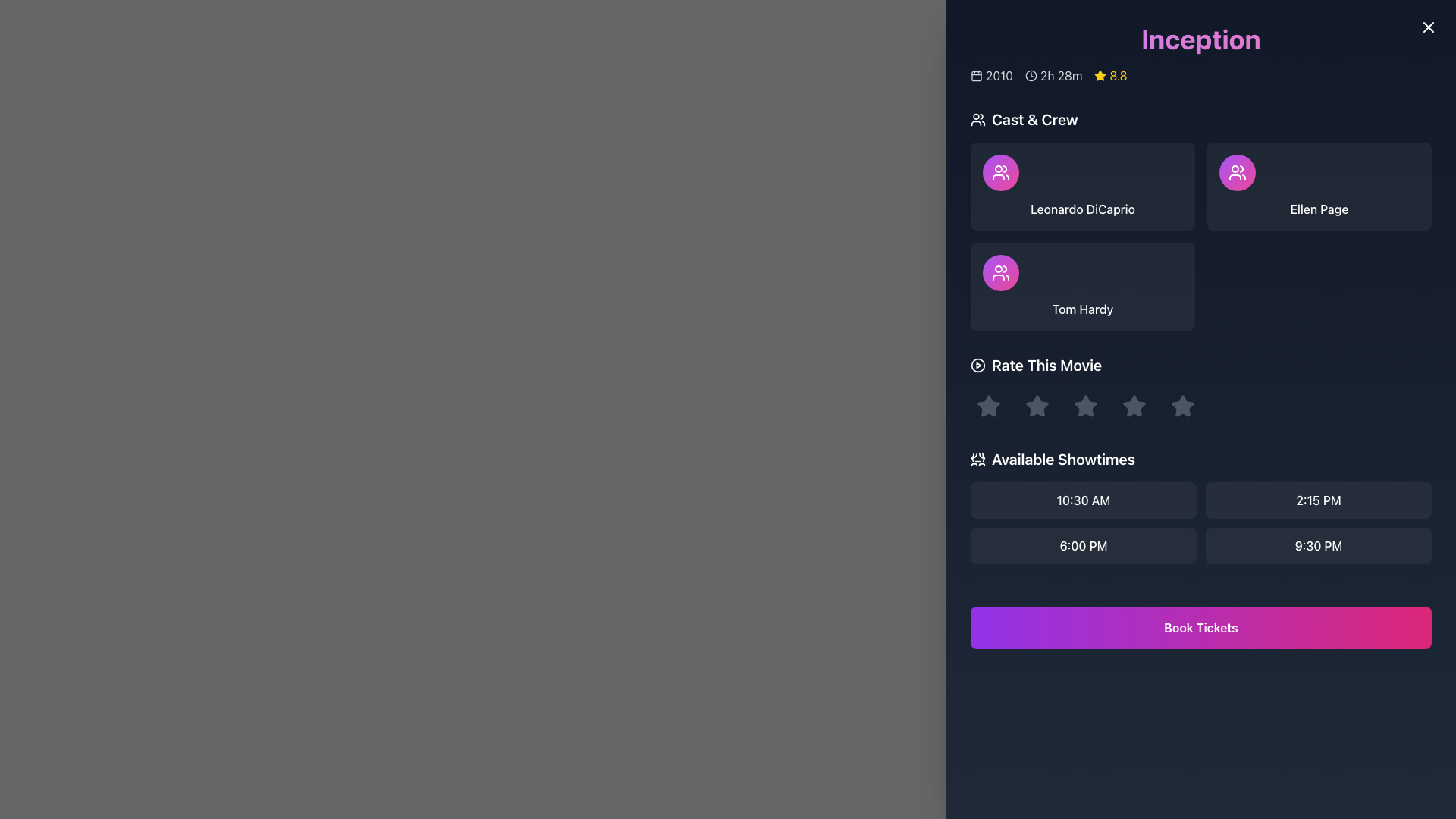  I want to click on the graphical icon representing a group or team, which is located to the left of the 'Cast & Crew' title text in the header section, so click(978, 119).